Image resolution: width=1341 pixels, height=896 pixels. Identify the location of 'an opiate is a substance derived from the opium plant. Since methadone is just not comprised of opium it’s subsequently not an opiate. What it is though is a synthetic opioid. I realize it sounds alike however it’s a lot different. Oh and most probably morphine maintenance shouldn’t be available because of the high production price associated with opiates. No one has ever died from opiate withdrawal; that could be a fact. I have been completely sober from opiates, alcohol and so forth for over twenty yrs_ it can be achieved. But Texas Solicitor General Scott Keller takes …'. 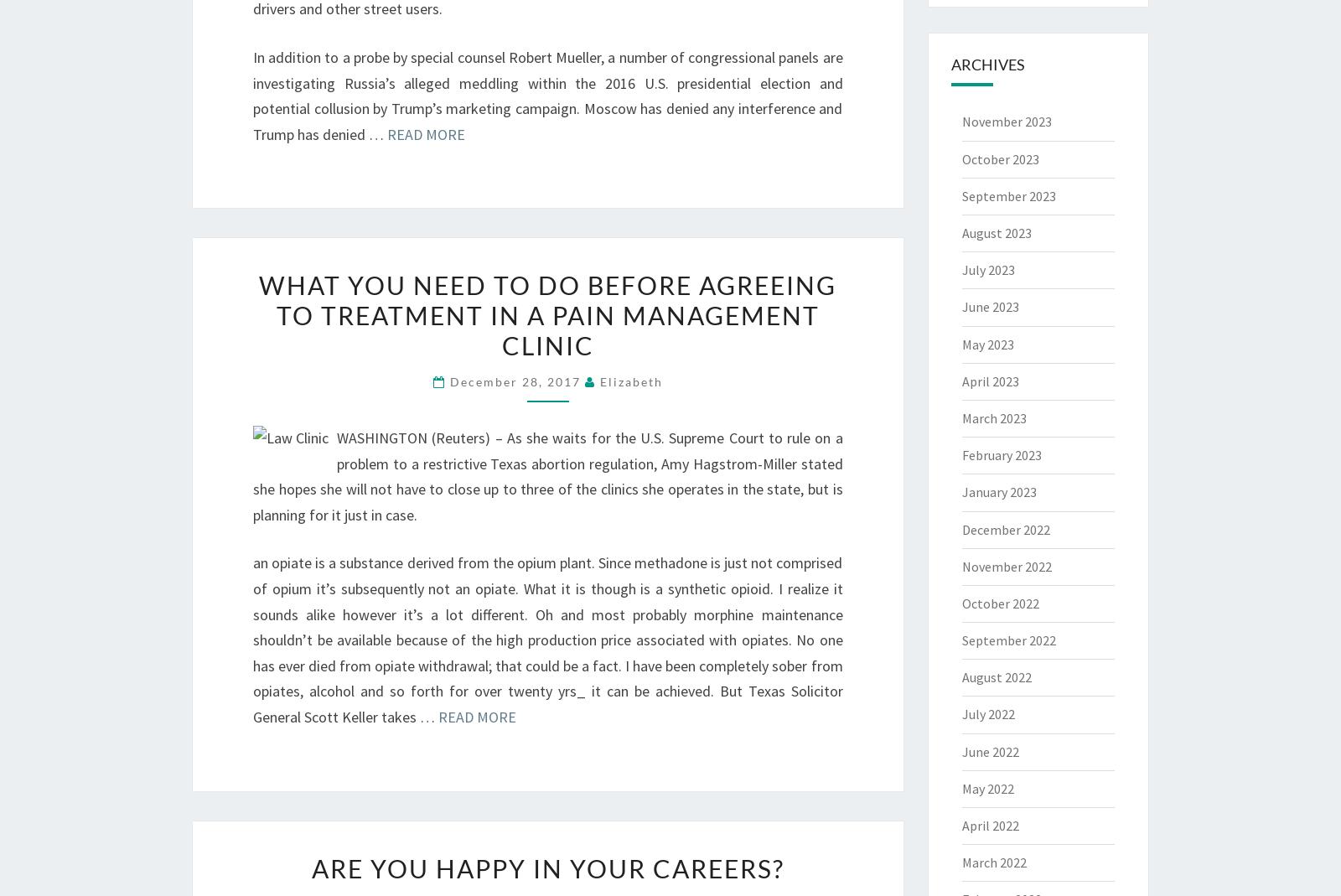
(547, 640).